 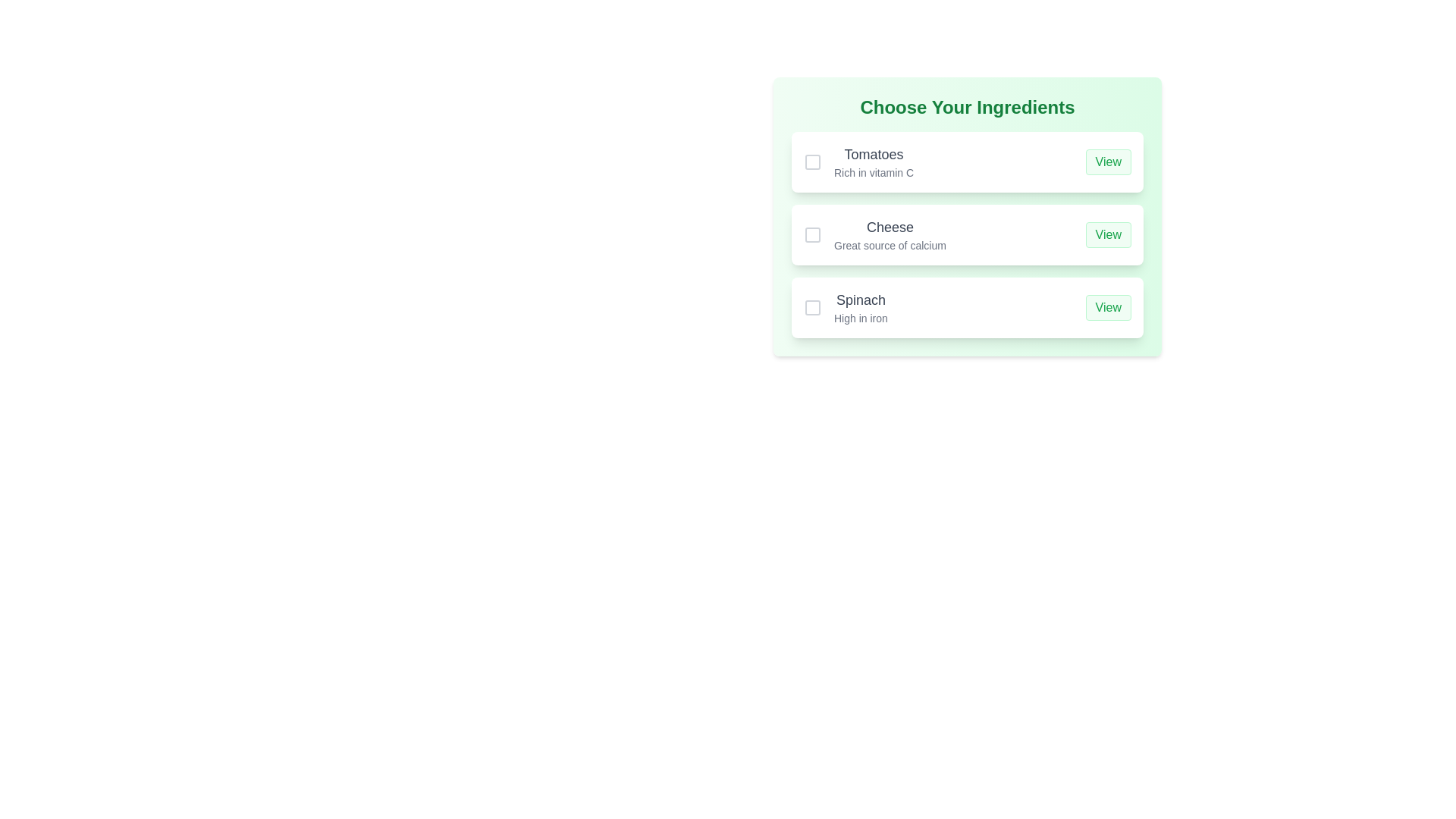 I want to click on the checkbox of the third ingredient entry card in the list, so click(x=967, y=307).